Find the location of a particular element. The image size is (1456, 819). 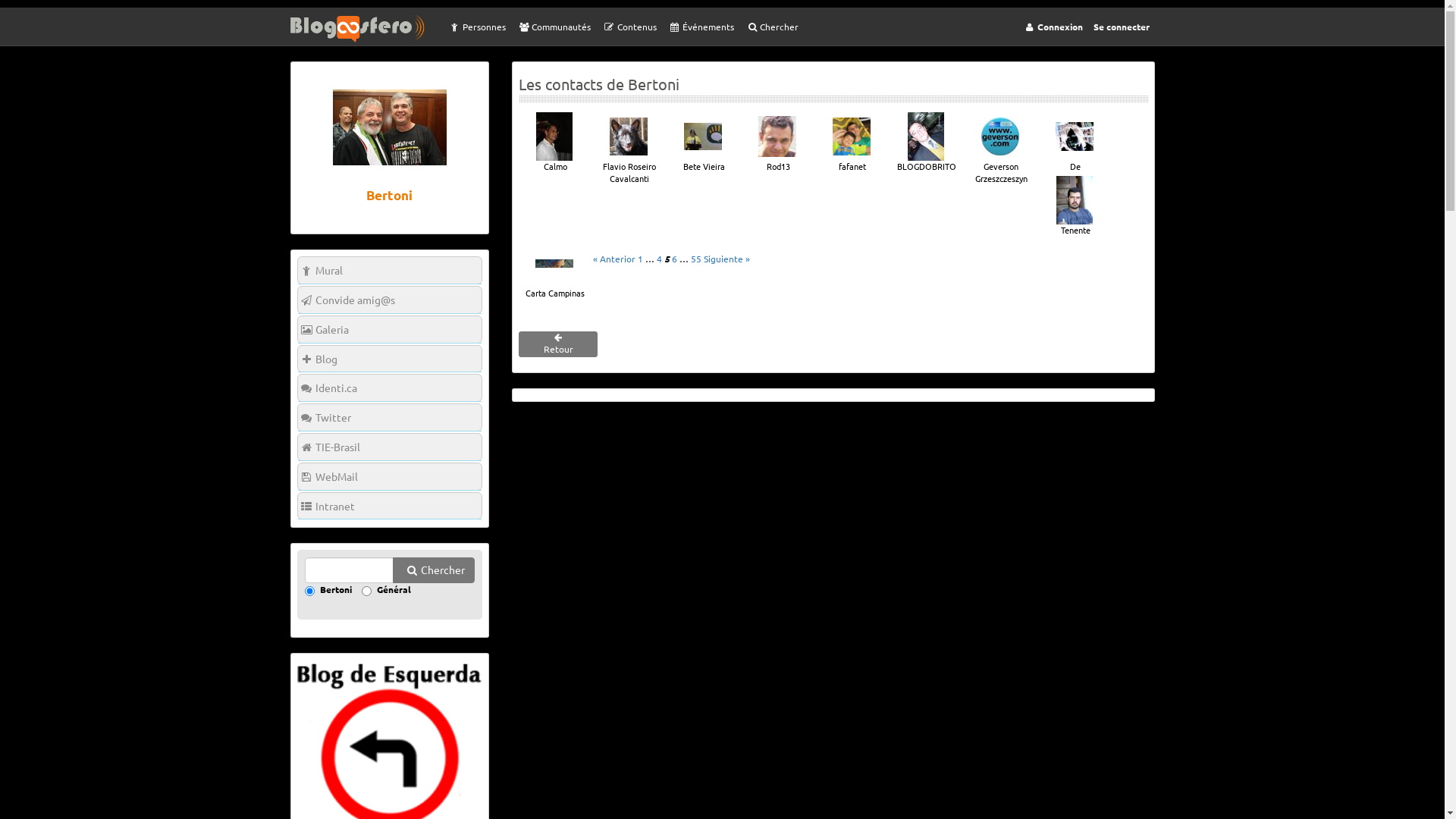

'Galeria' is located at coordinates (297, 328).